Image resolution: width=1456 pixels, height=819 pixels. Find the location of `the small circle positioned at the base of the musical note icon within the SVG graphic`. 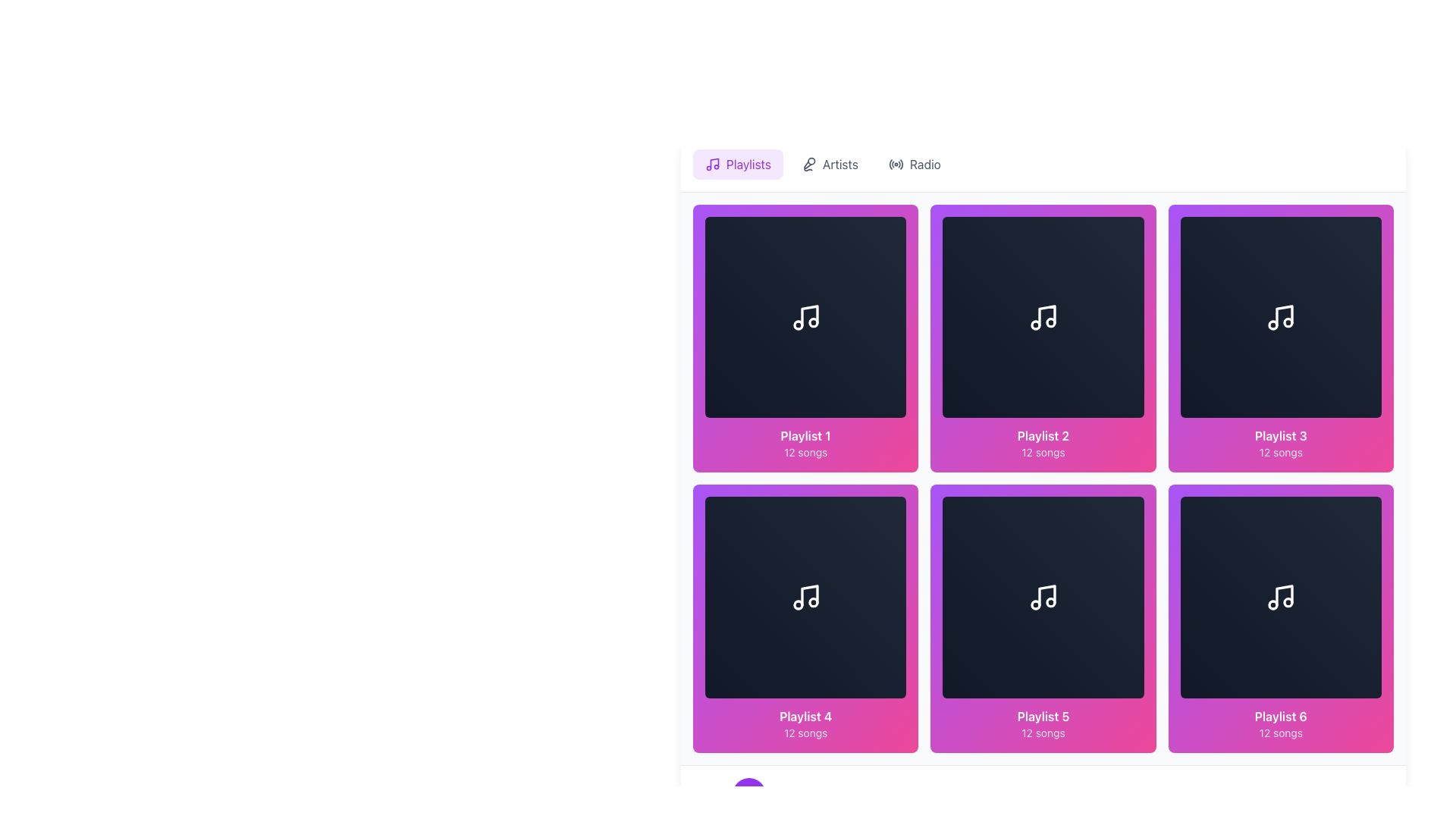

the small circle positioned at the base of the musical note icon within the SVG graphic is located at coordinates (1050, 322).